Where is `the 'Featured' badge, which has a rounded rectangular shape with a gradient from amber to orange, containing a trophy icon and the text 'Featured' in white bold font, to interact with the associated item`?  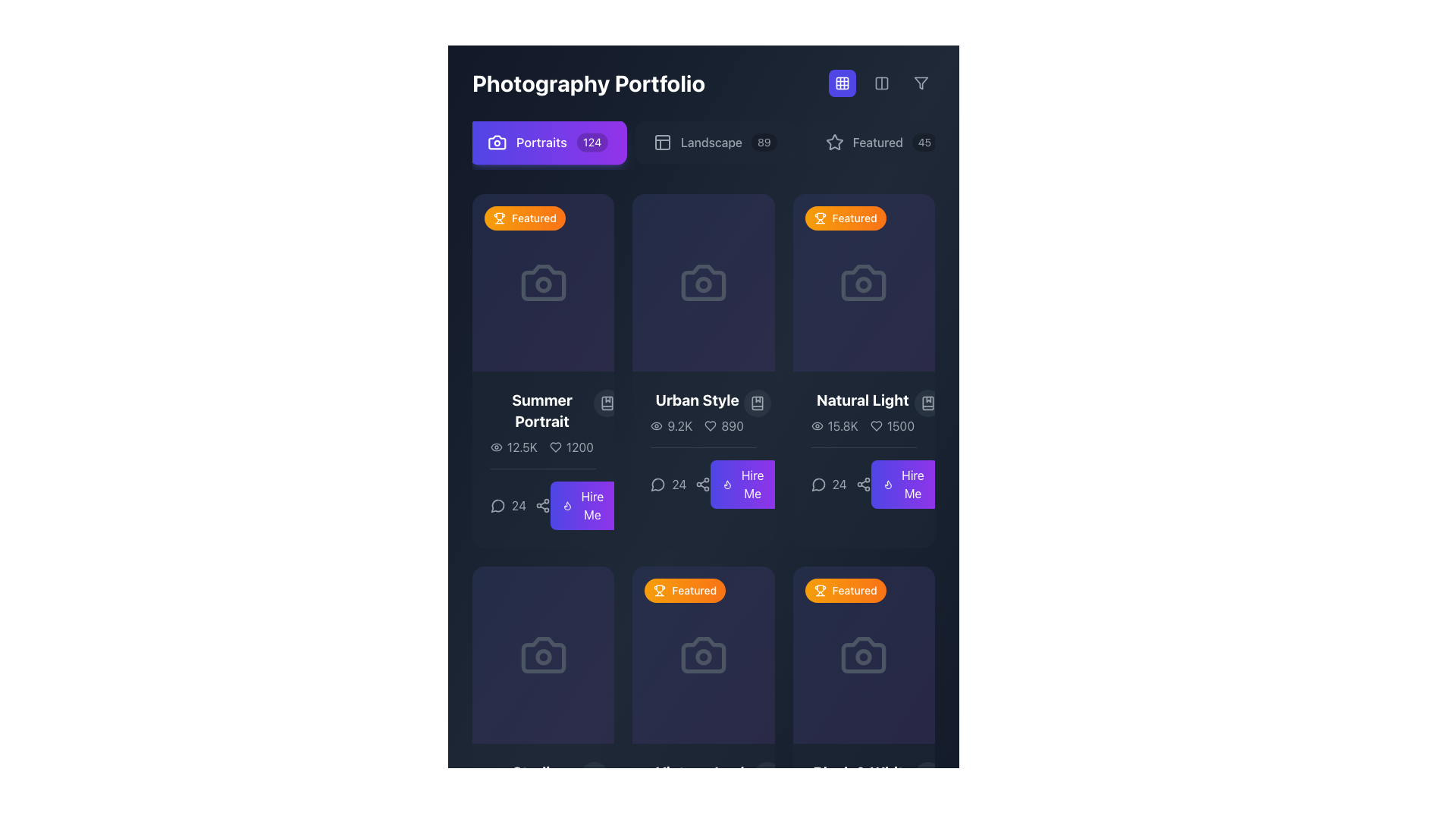
the 'Featured' badge, which has a rounded rectangular shape with a gradient from amber to orange, containing a trophy icon and the text 'Featured' in white bold font, to interact with the associated item is located at coordinates (525, 218).